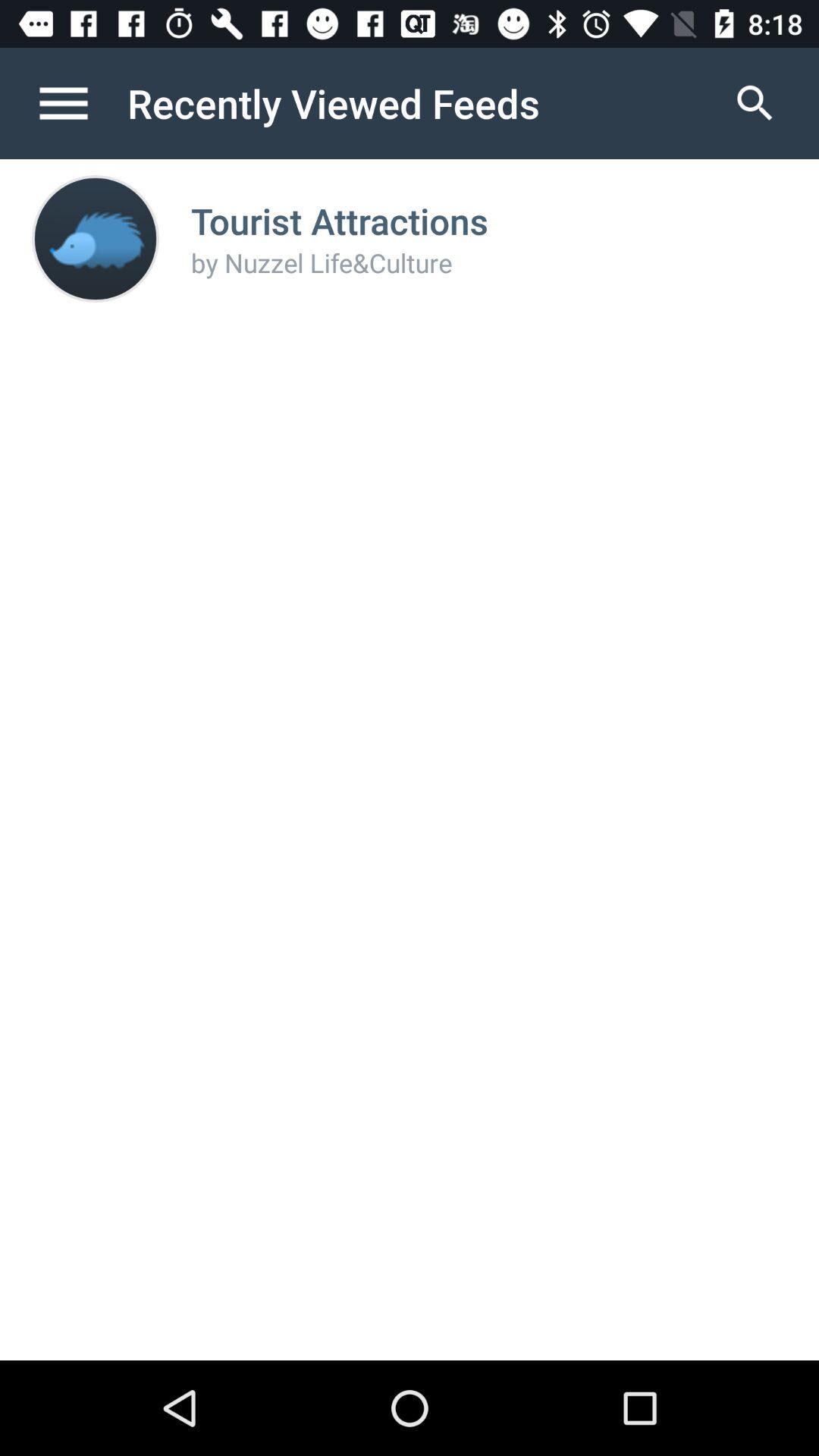  I want to click on item next to the recently viewed feeds item, so click(79, 102).